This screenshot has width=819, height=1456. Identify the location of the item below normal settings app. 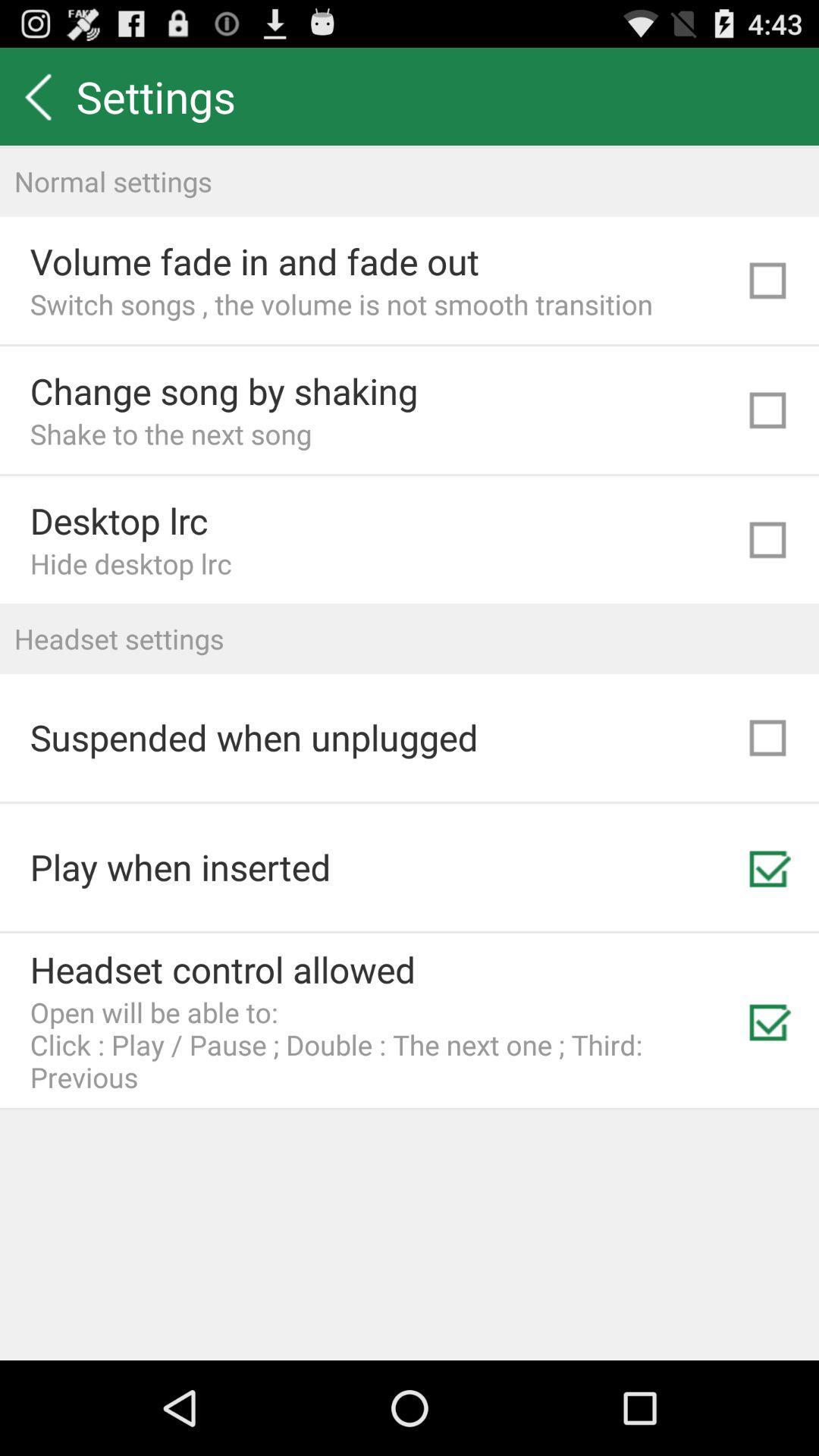
(253, 261).